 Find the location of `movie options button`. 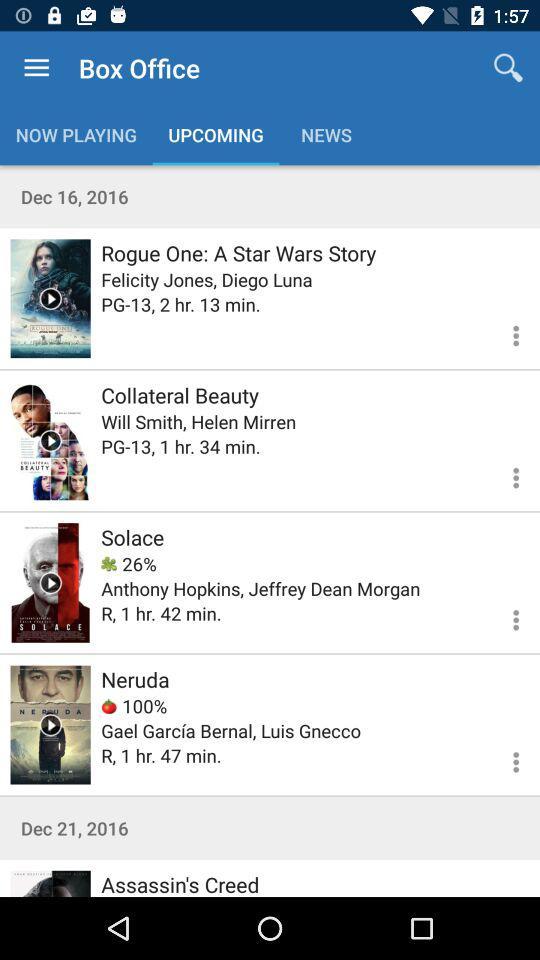

movie options button is located at coordinates (503, 758).